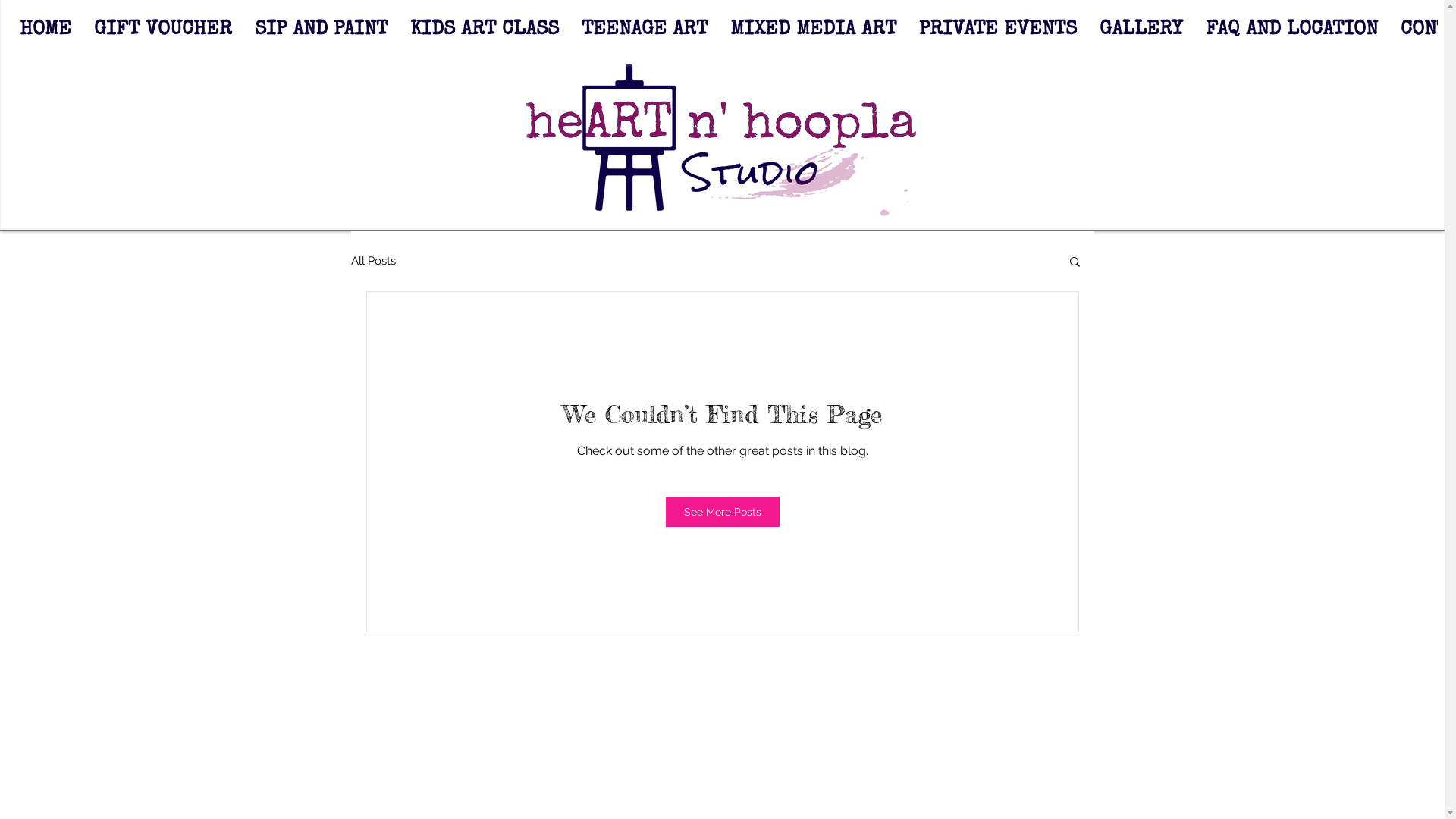  I want to click on 'GALLERY', so click(1140, 36).